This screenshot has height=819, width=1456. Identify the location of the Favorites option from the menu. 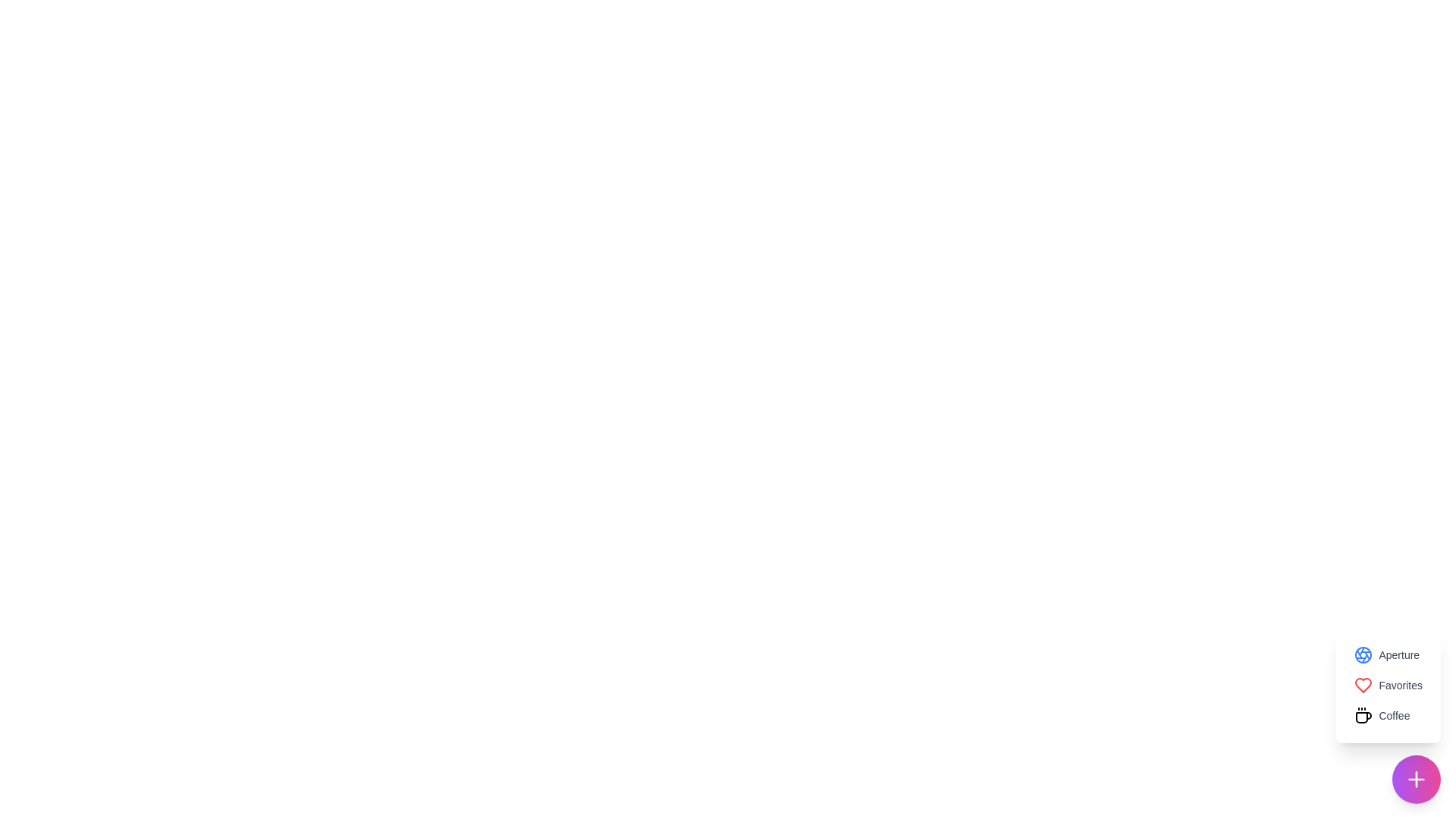
(1388, 685).